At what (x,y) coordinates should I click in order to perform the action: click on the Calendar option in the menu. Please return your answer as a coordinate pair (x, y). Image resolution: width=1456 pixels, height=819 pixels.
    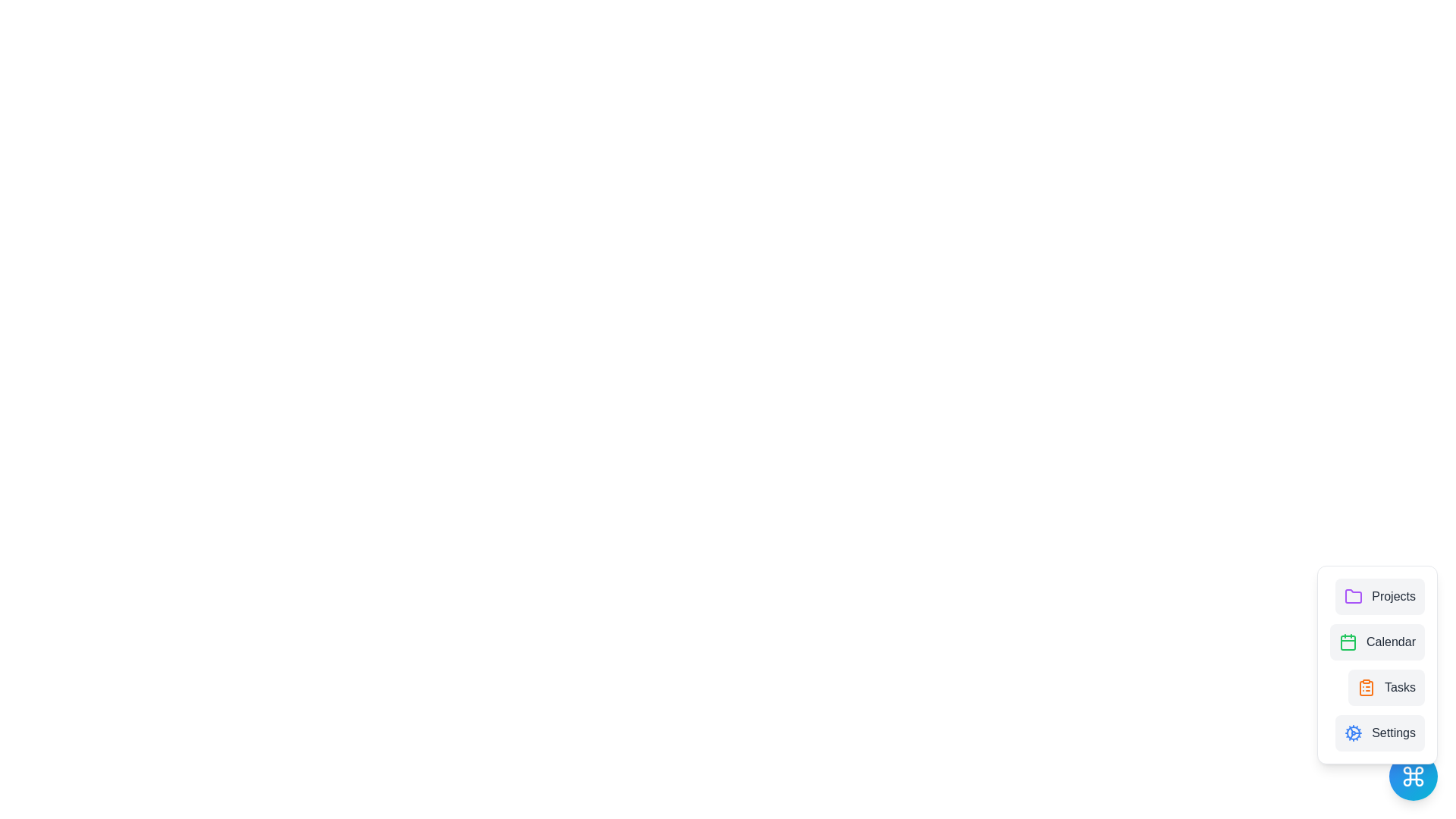
    Looking at the image, I should click on (1376, 642).